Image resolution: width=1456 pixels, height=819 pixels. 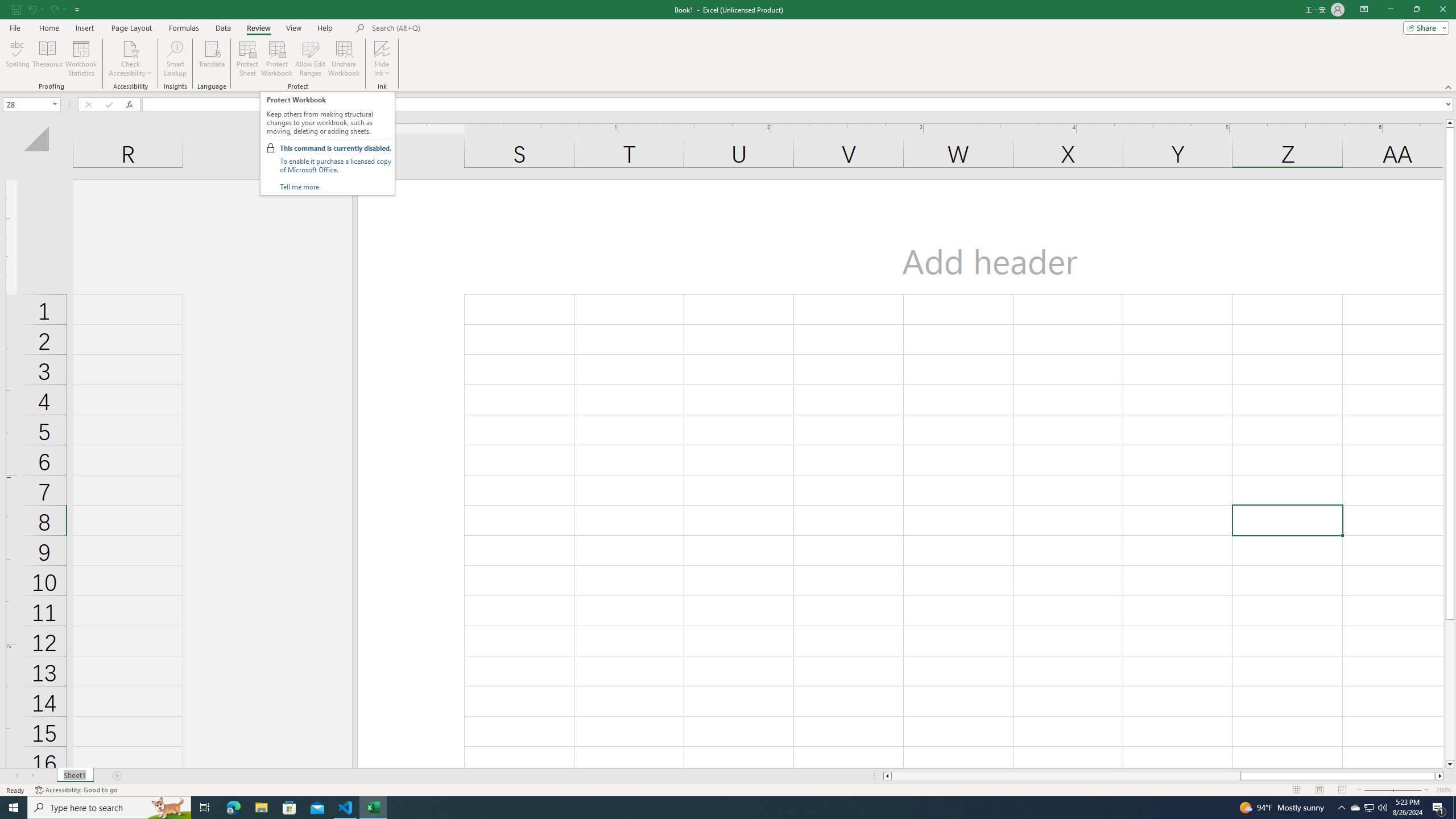 I want to click on 'Allow Edit Ranges', so click(x=311, y=59).